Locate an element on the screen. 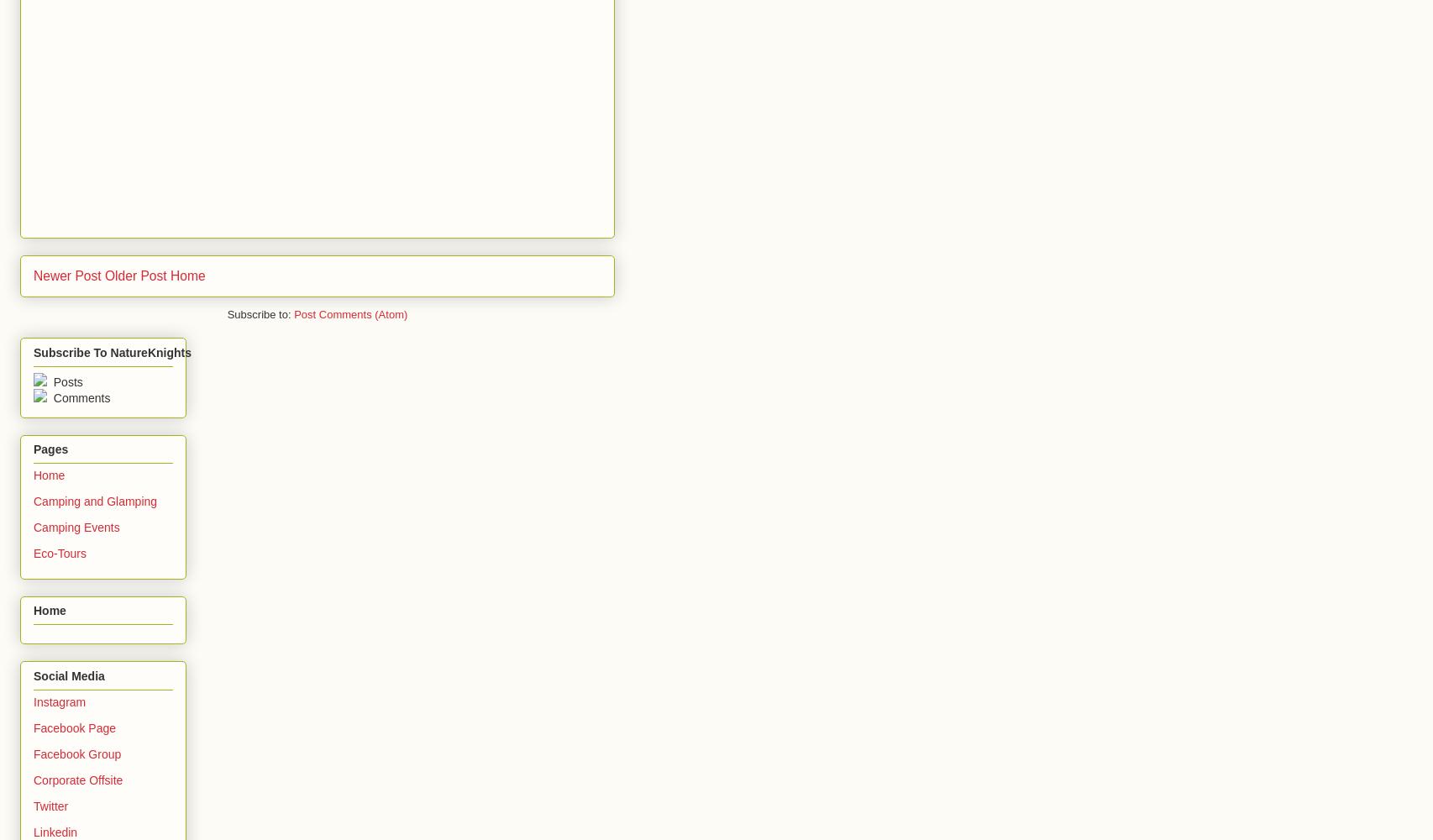  'Subscribe To NatureKnights' is located at coordinates (112, 352).